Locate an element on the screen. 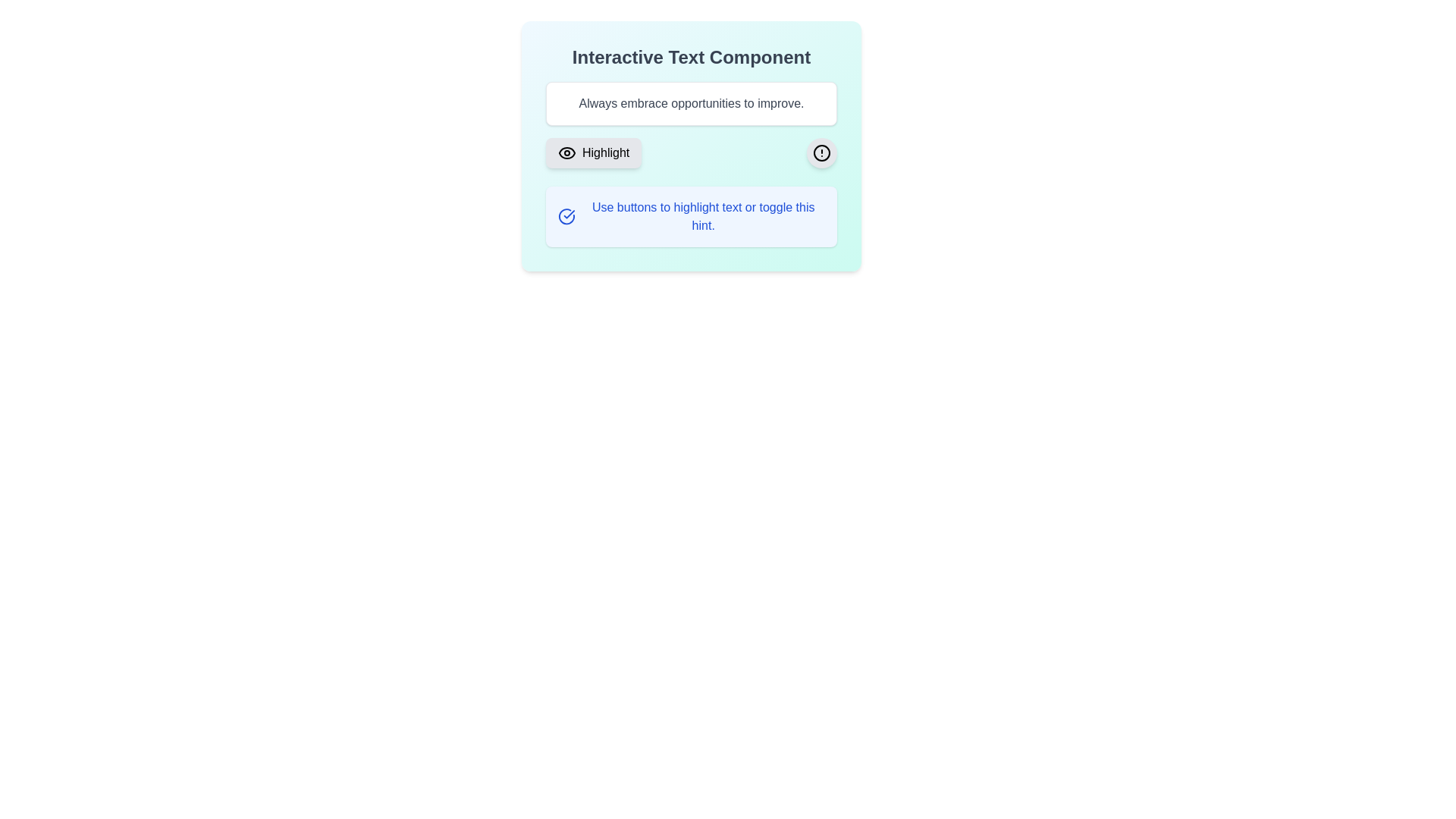 The image size is (1456, 819). the informational message box with a checkmark icon and text that states 'Use buttons is located at coordinates (691, 216).